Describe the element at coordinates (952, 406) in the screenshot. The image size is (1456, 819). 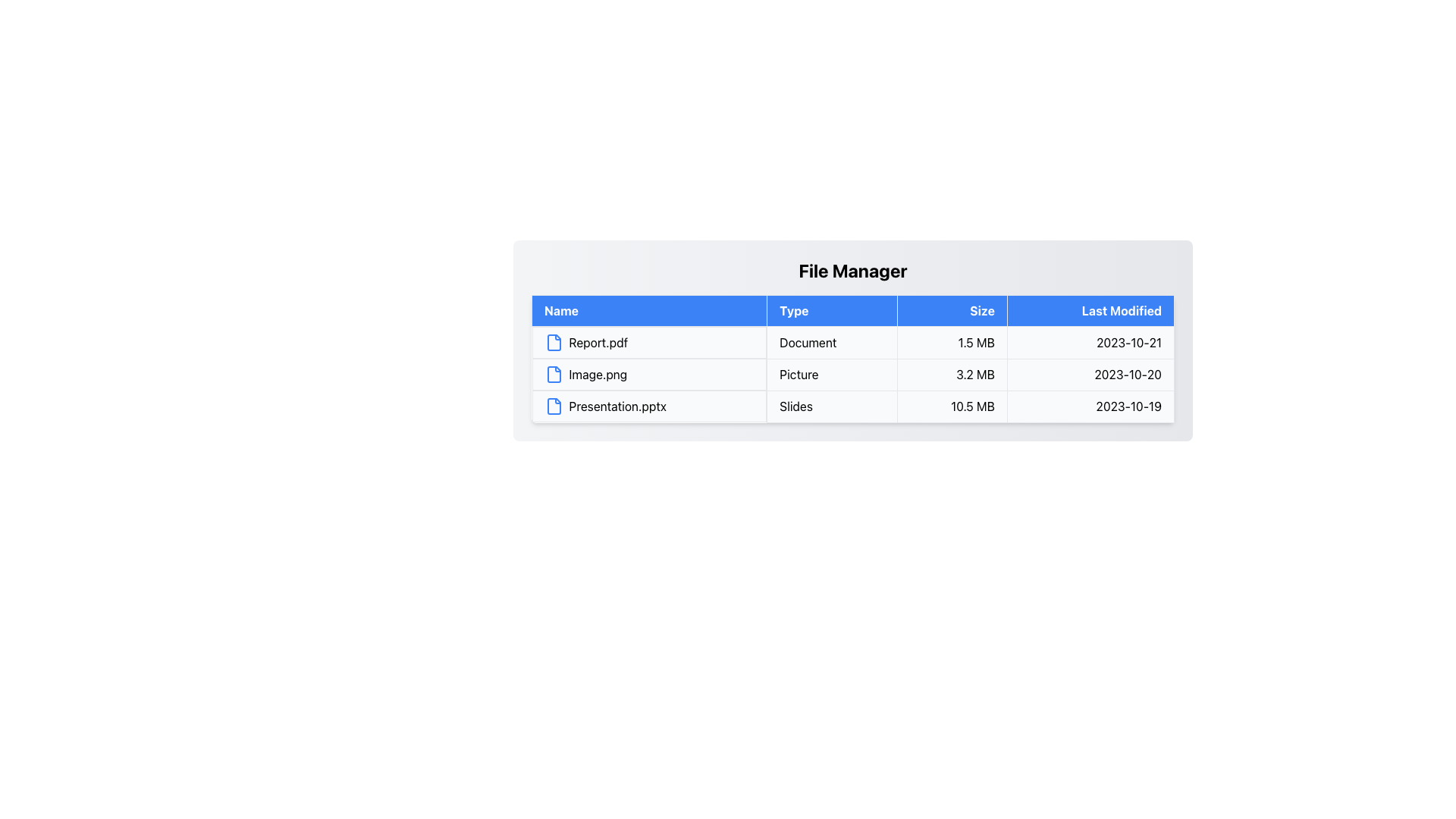
I see `the text display element showing '10.5 MB' in the third column of the table row for the file 'Presentation.pptx'` at that location.